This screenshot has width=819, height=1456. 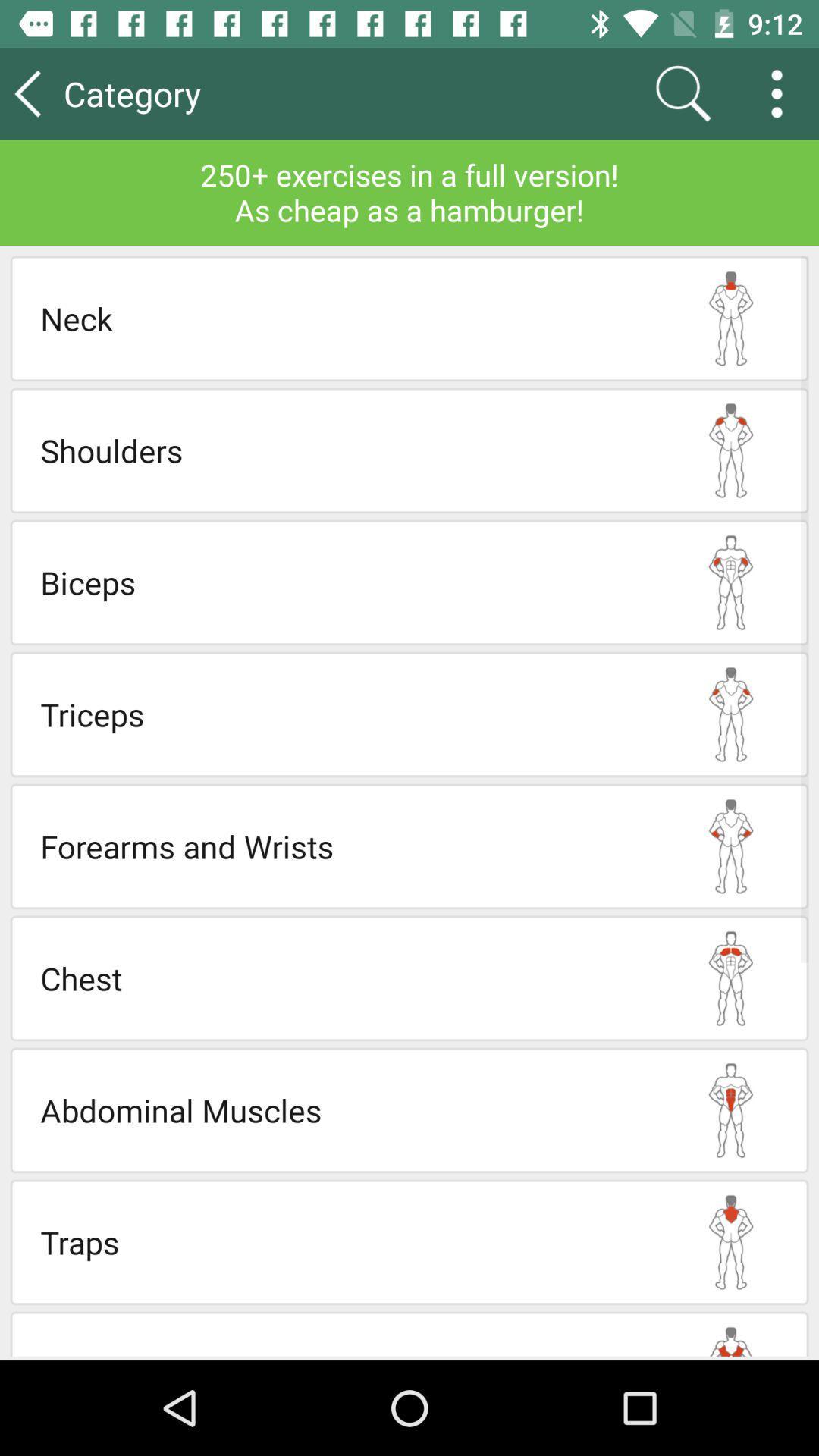 I want to click on traps app, so click(x=347, y=1241).